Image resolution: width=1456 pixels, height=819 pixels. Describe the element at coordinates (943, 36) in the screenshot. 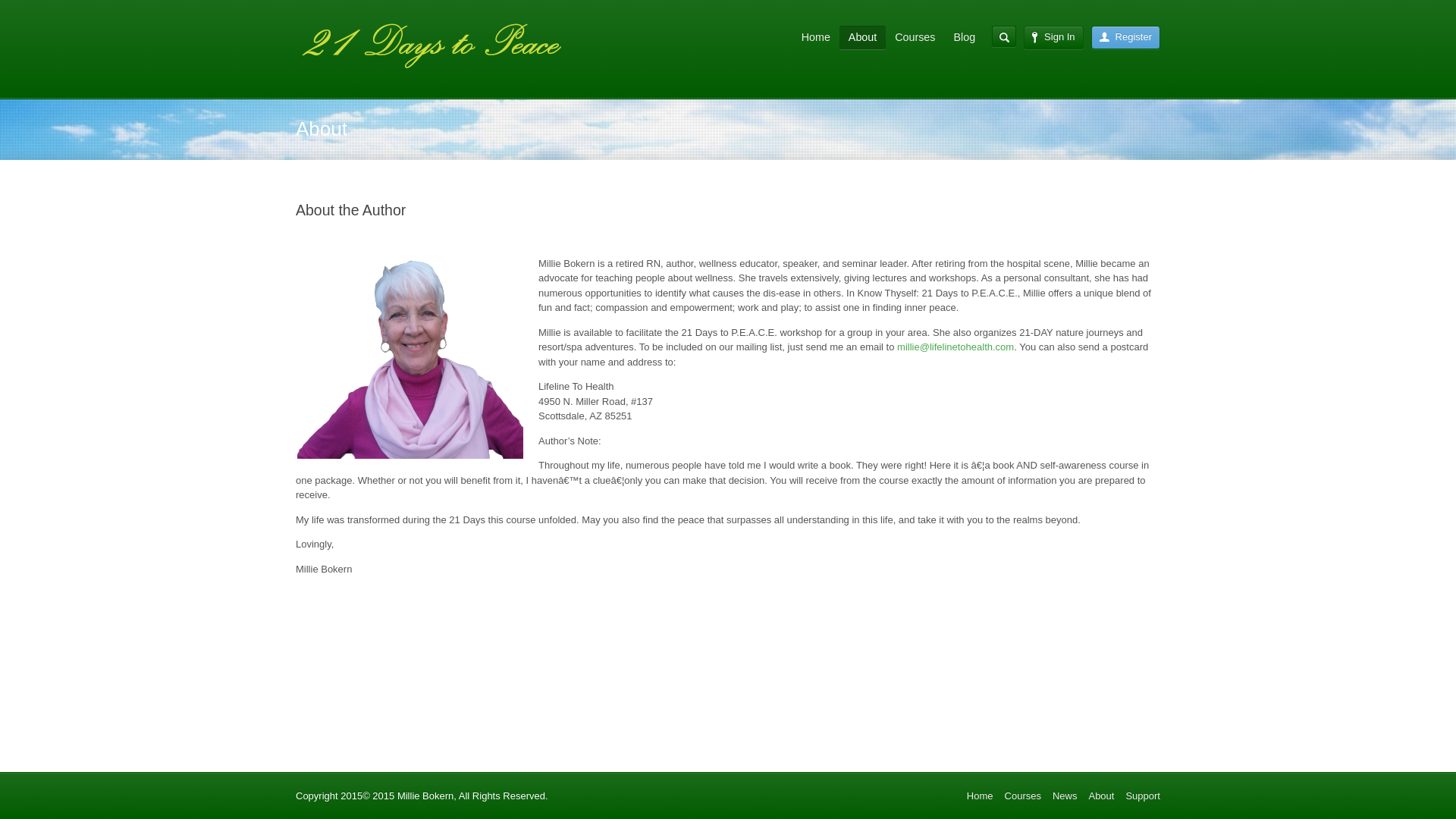

I see `'Blog'` at that location.